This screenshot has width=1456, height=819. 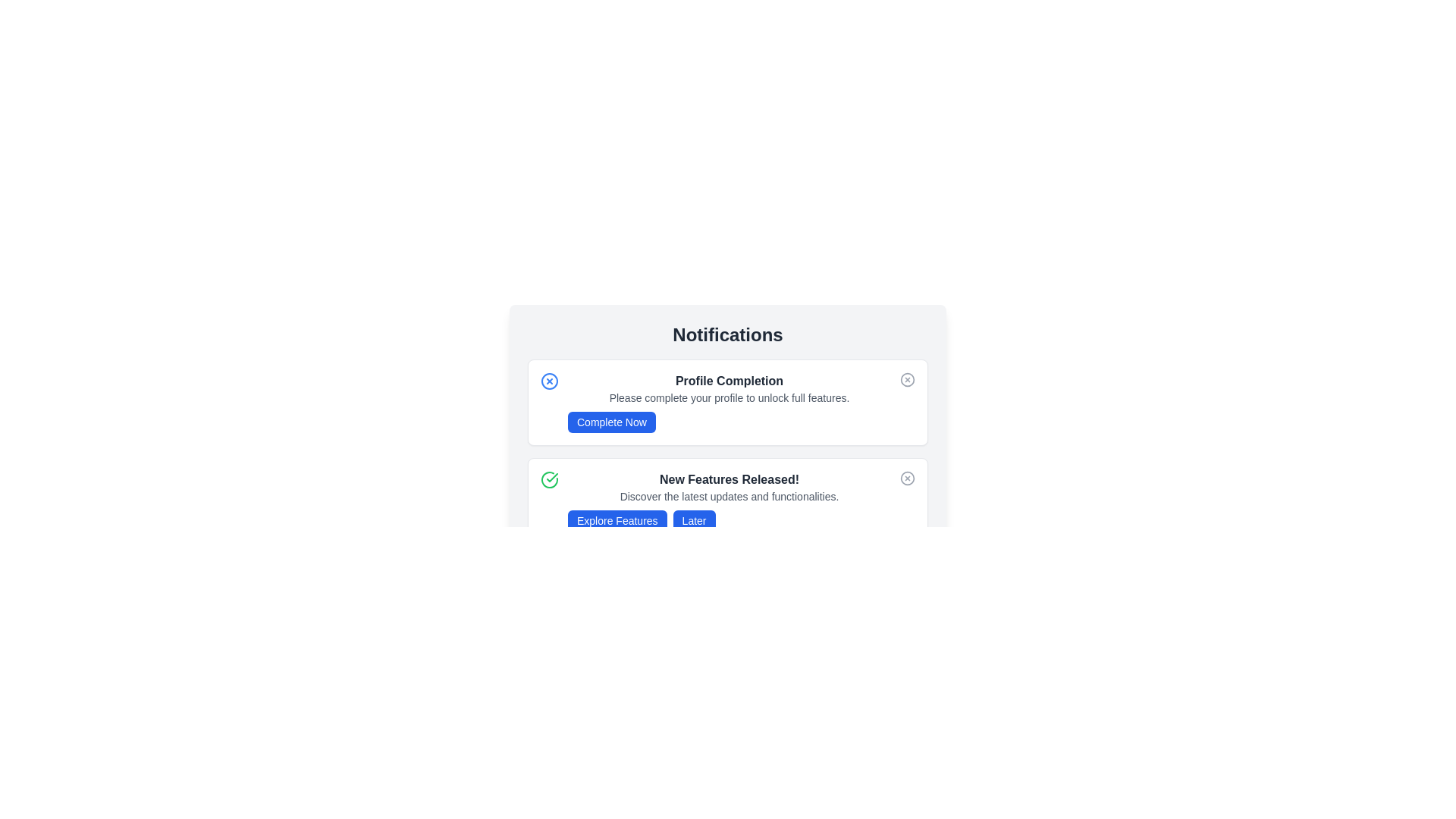 I want to click on the notification icon to interact with it. Specify the notification type as info, so click(x=548, y=380).